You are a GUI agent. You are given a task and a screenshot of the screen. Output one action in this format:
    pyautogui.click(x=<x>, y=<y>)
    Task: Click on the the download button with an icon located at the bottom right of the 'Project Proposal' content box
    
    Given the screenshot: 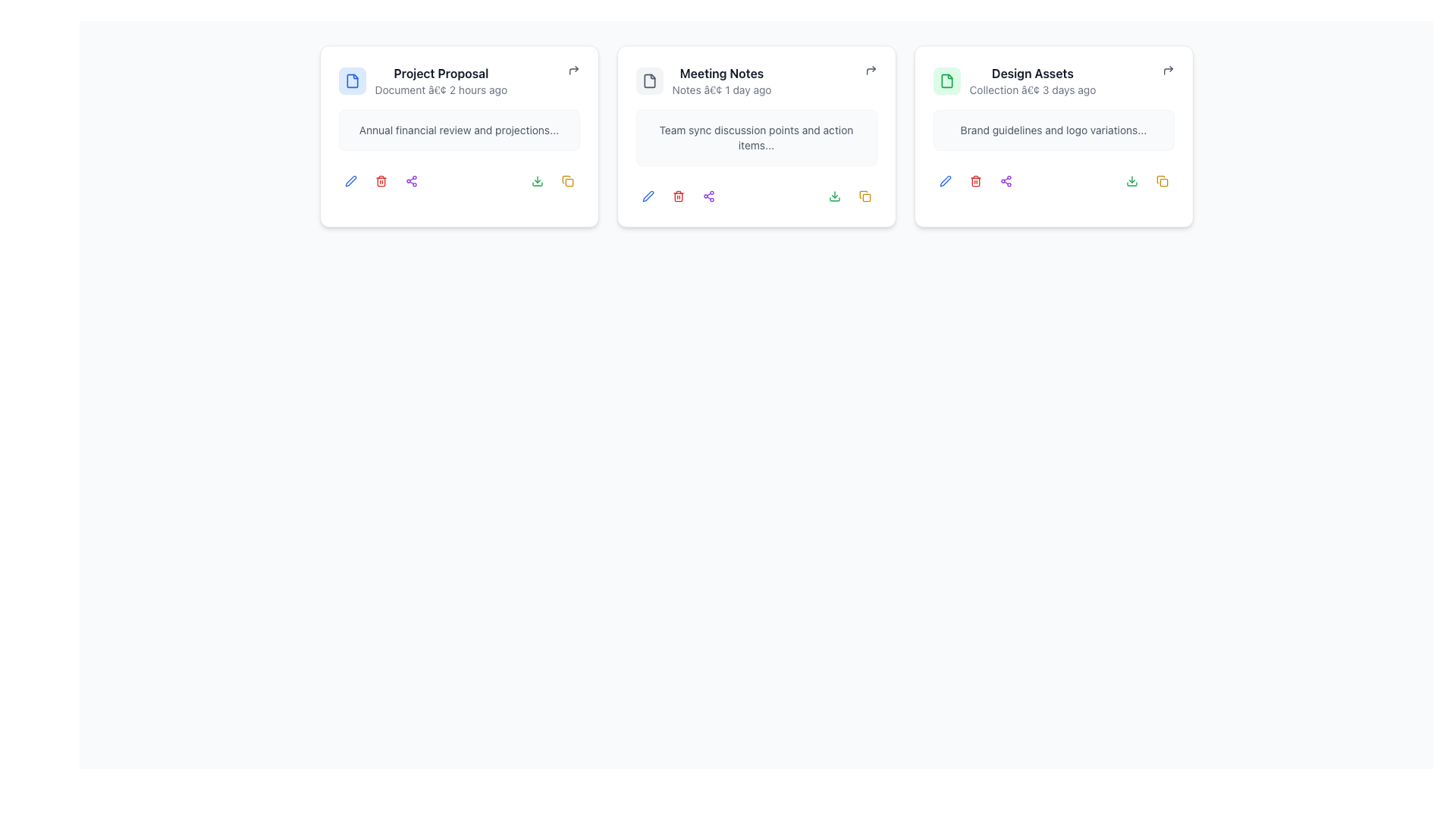 What is the action you would take?
    pyautogui.click(x=537, y=180)
    